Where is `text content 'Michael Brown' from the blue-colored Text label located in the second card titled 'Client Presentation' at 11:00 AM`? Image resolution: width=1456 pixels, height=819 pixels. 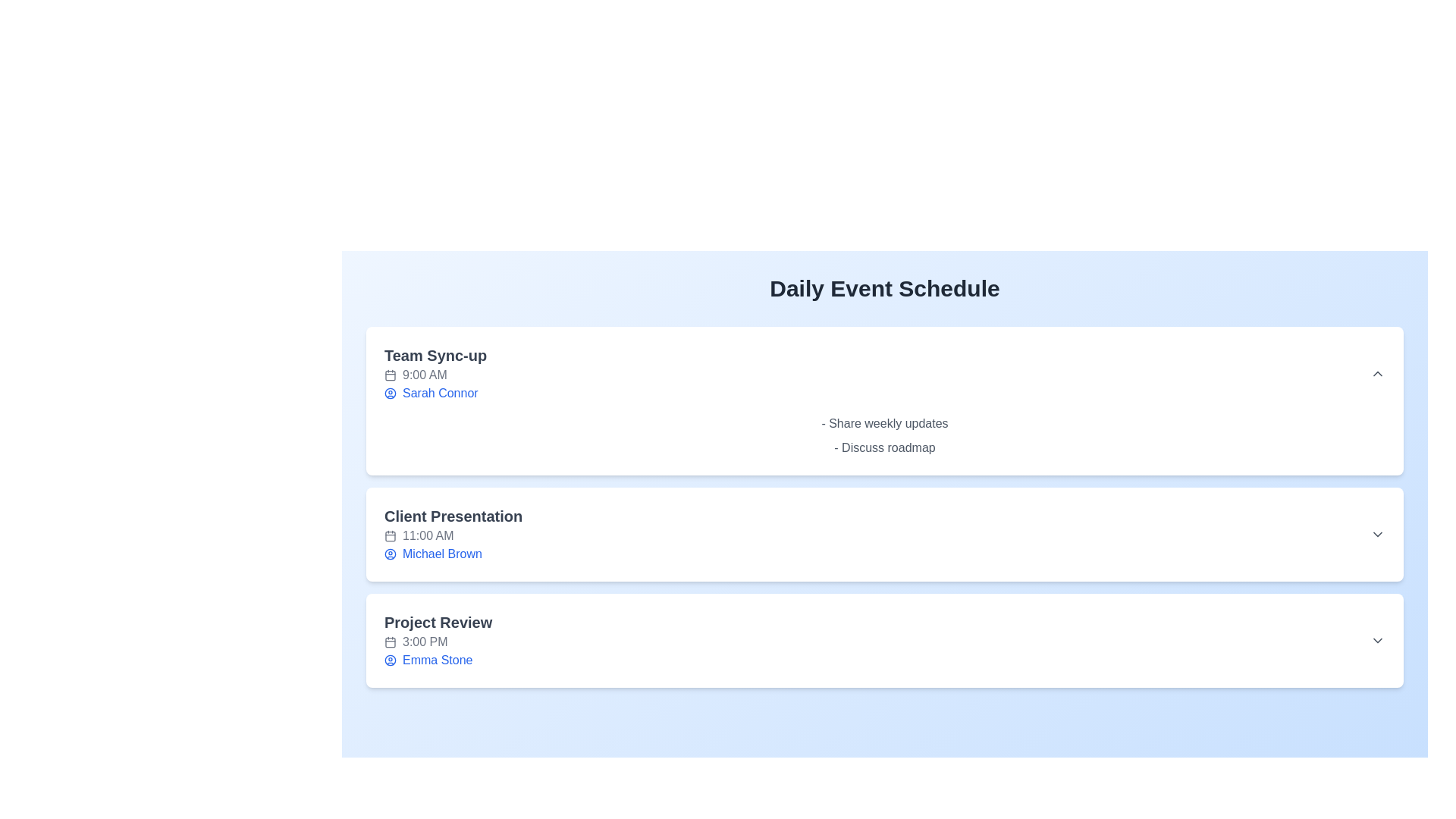
text content 'Michael Brown' from the blue-colored Text label located in the second card titled 'Client Presentation' at 11:00 AM is located at coordinates (441, 554).